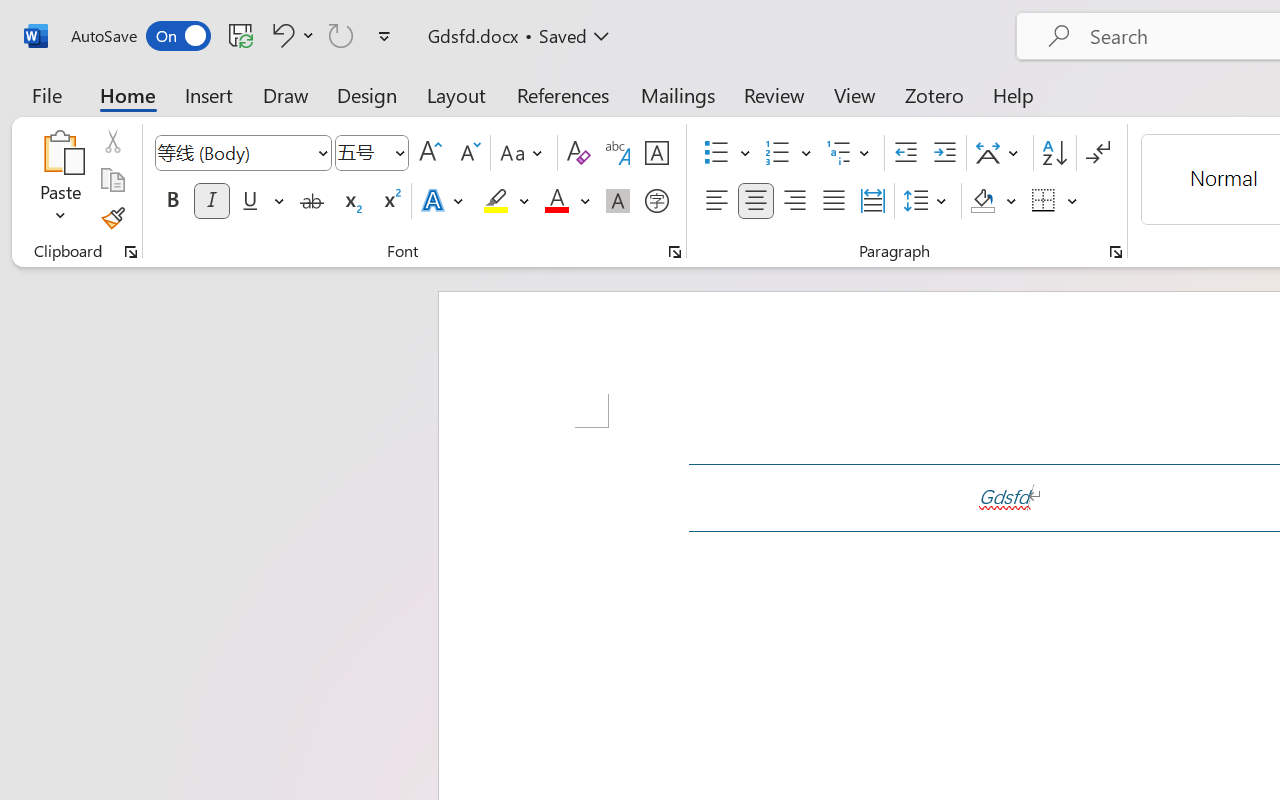 This screenshot has width=1280, height=800. What do you see at coordinates (656, 153) in the screenshot?
I see `'Character Border'` at bounding box center [656, 153].